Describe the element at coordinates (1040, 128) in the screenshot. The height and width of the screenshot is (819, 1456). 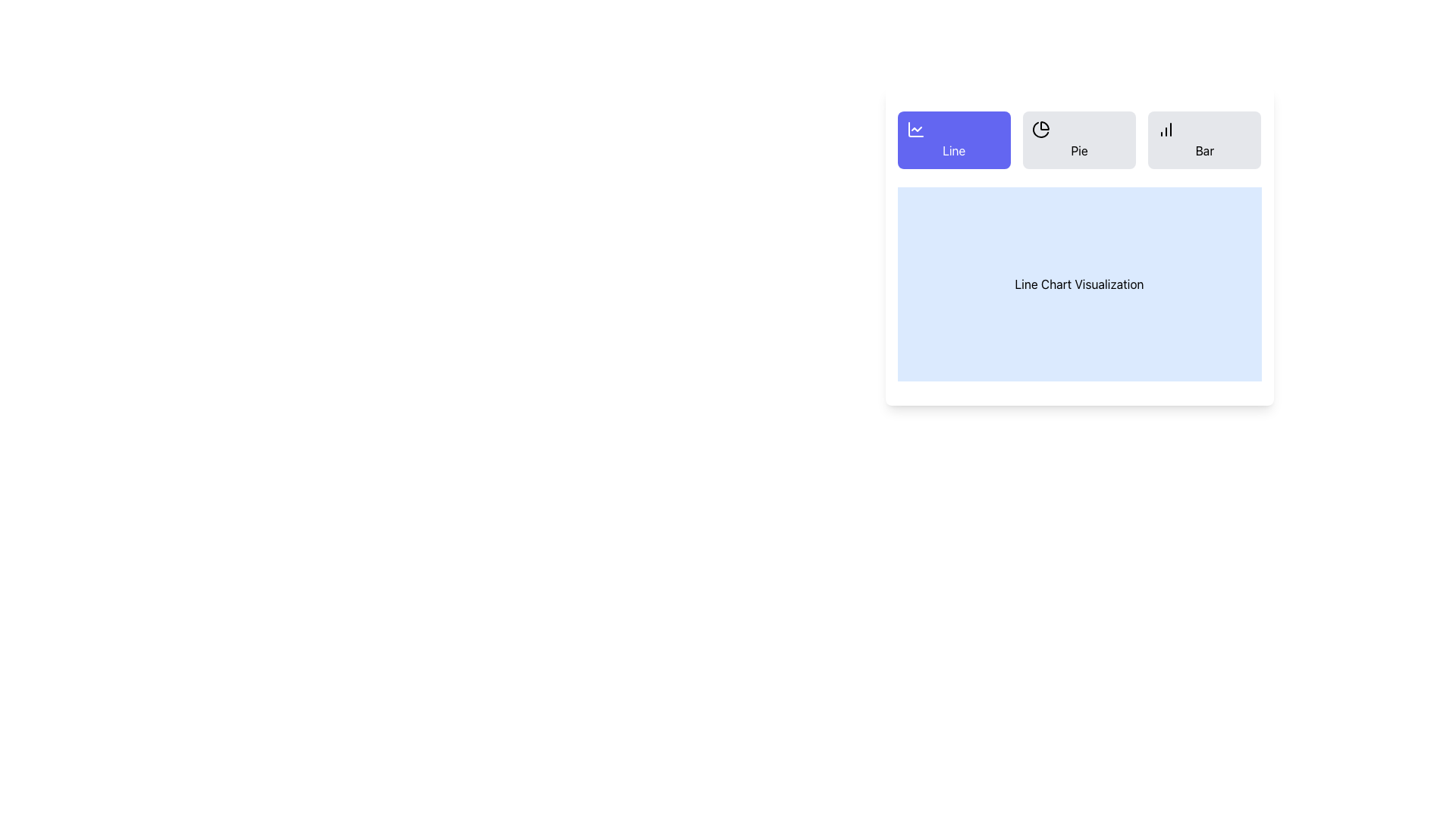
I see `the 'Pie' chart selection icon, which is the middle button in the row of chart selection buttons at the top of the interface` at that location.